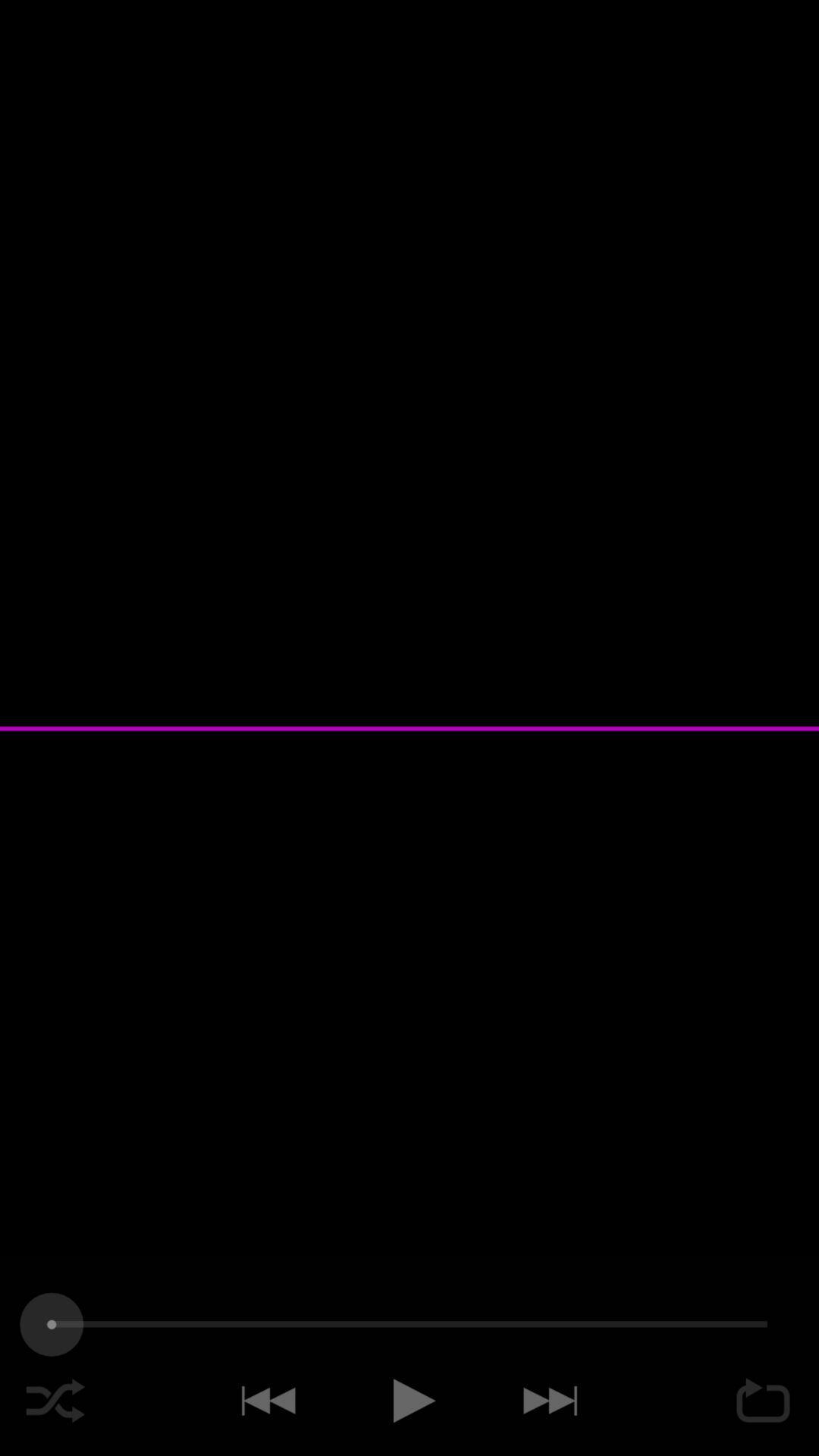 This screenshot has height=1456, width=819. What do you see at coordinates (409, 1400) in the screenshot?
I see `the play icon` at bounding box center [409, 1400].